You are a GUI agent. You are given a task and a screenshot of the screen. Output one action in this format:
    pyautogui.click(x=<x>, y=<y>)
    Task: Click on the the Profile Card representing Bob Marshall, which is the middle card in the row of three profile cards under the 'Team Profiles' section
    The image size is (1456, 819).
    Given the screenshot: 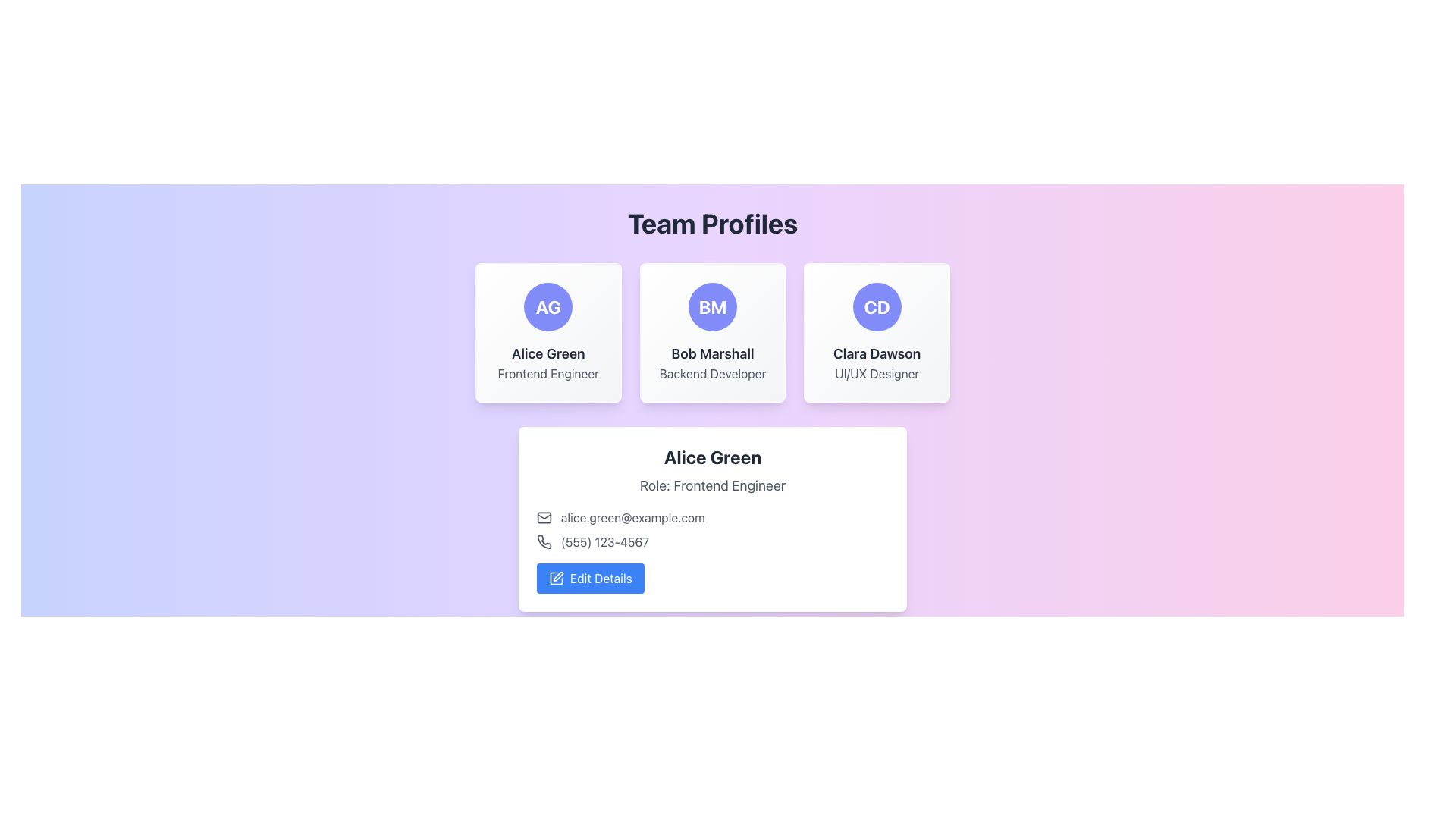 What is the action you would take?
    pyautogui.click(x=712, y=332)
    